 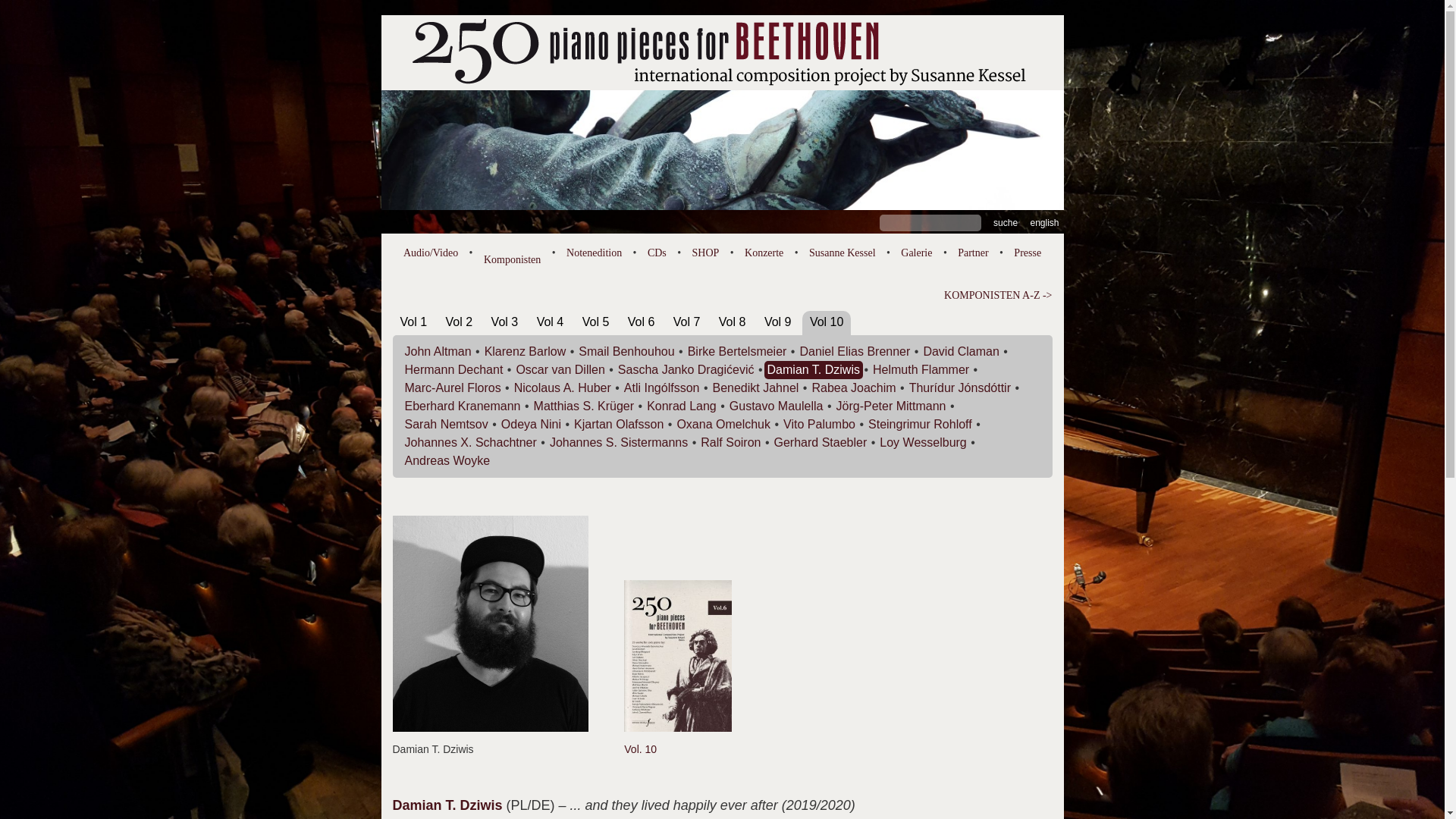 What do you see at coordinates (404, 460) in the screenshot?
I see `'Andreas Woyke'` at bounding box center [404, 460].